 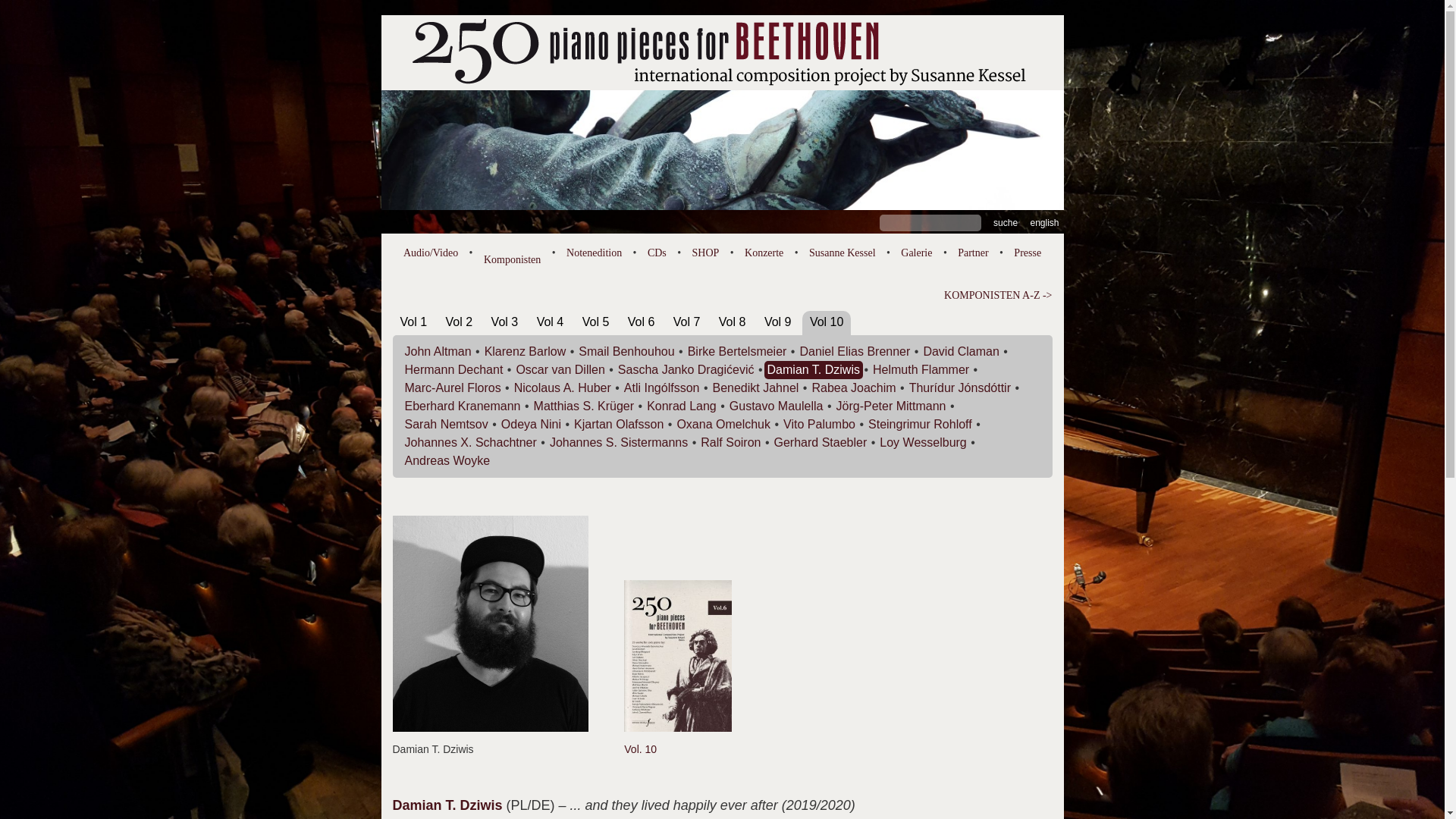 What do you see at coordinates (404, 460) in the screenshot?
I see `'Andreas Woyke'` at bounding box center [404, 460].